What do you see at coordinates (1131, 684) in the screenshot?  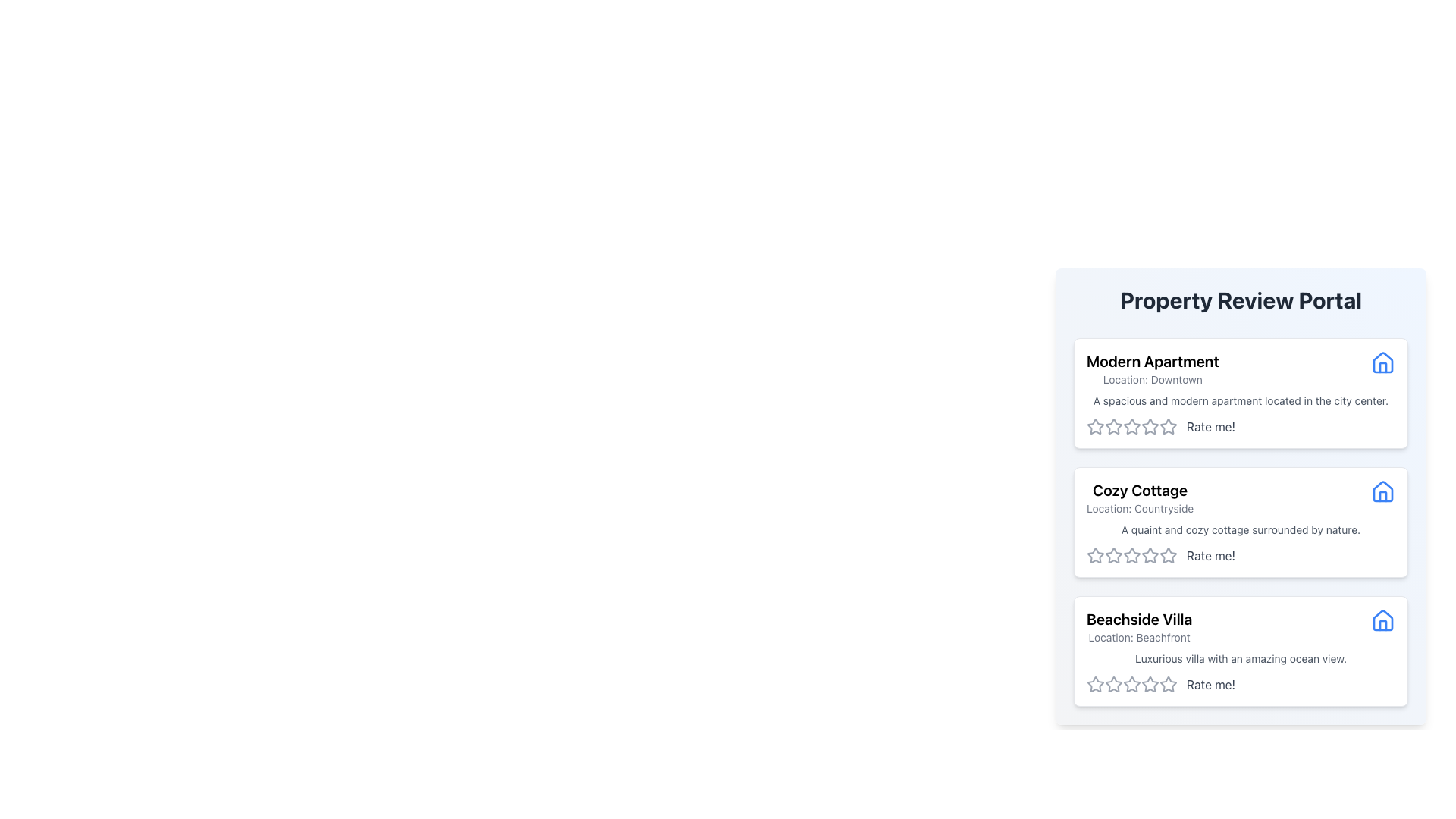 I see `the first star icon in the rating system beneath the 'Beachside Villa' property card in the 'Property Review Portal' section to set the rating to one star` at bounding box center [1131, 684].